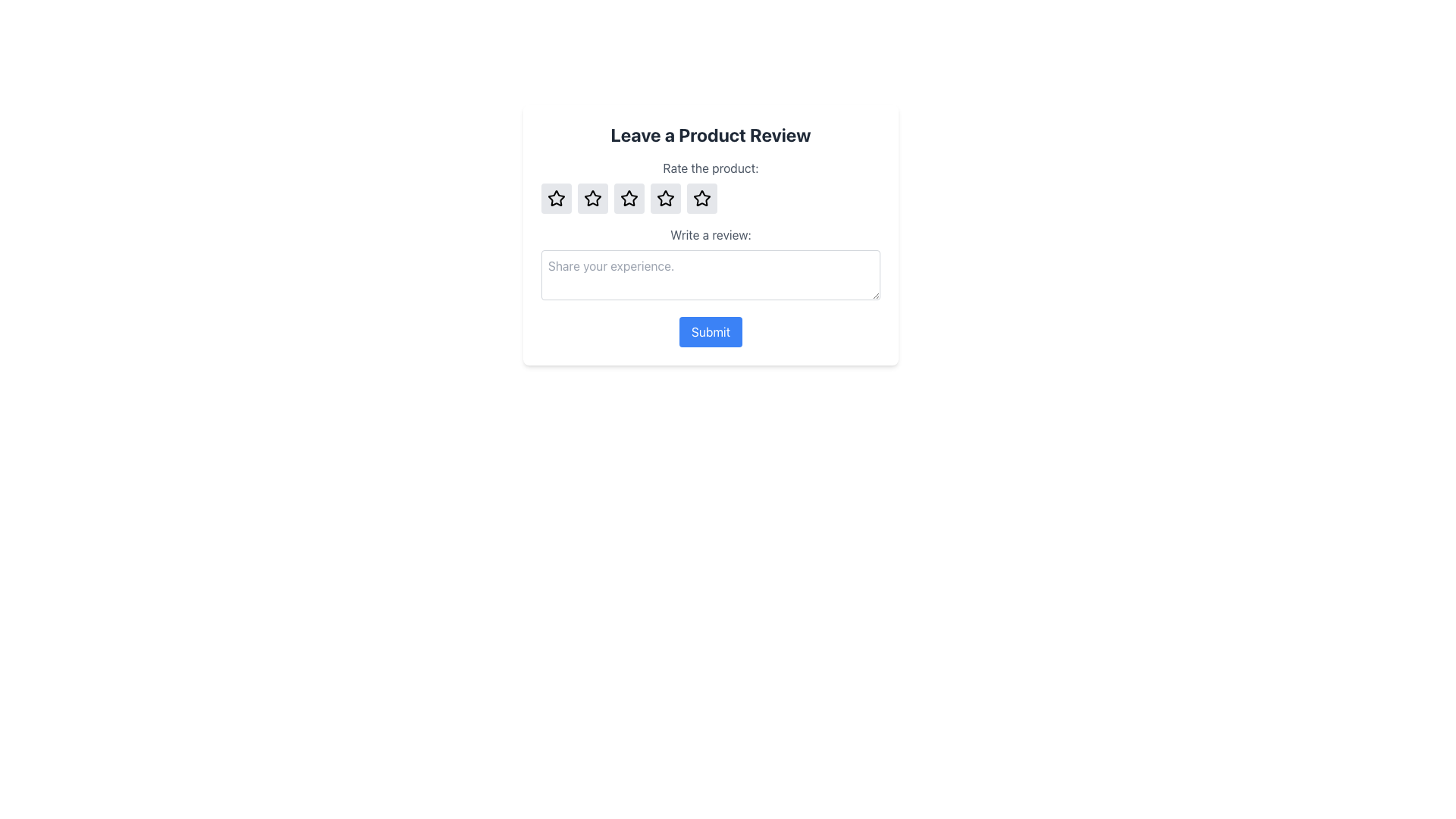 This screenshot has width=1456, height=819. Describe the element at coordinates (556, 198) in the screenshot. I see `the first rating star icon located beneath the 'Rate the product:' label to provide a rating of one star` at that location.